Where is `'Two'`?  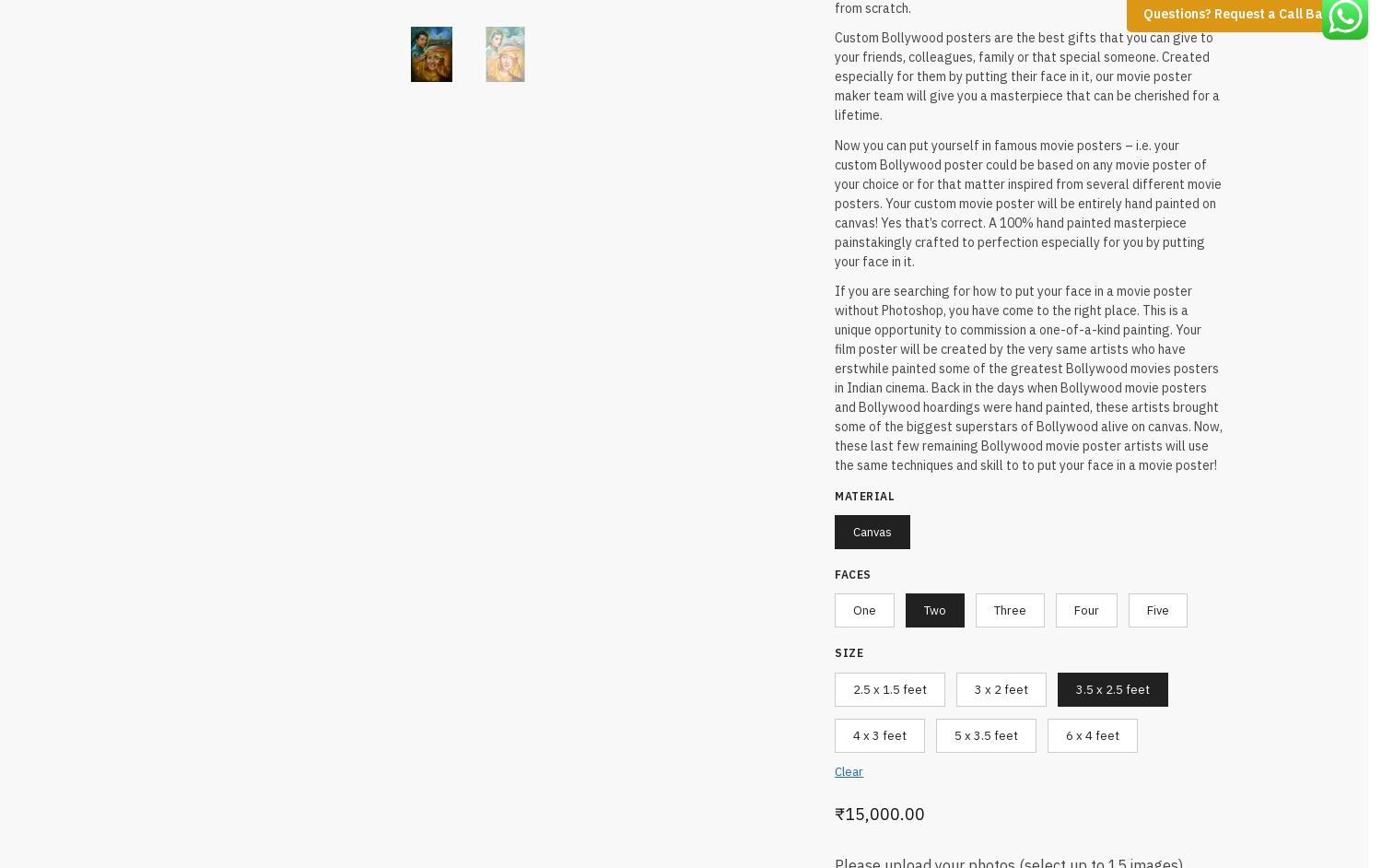 'Two' is located at coordinates (935, 605).